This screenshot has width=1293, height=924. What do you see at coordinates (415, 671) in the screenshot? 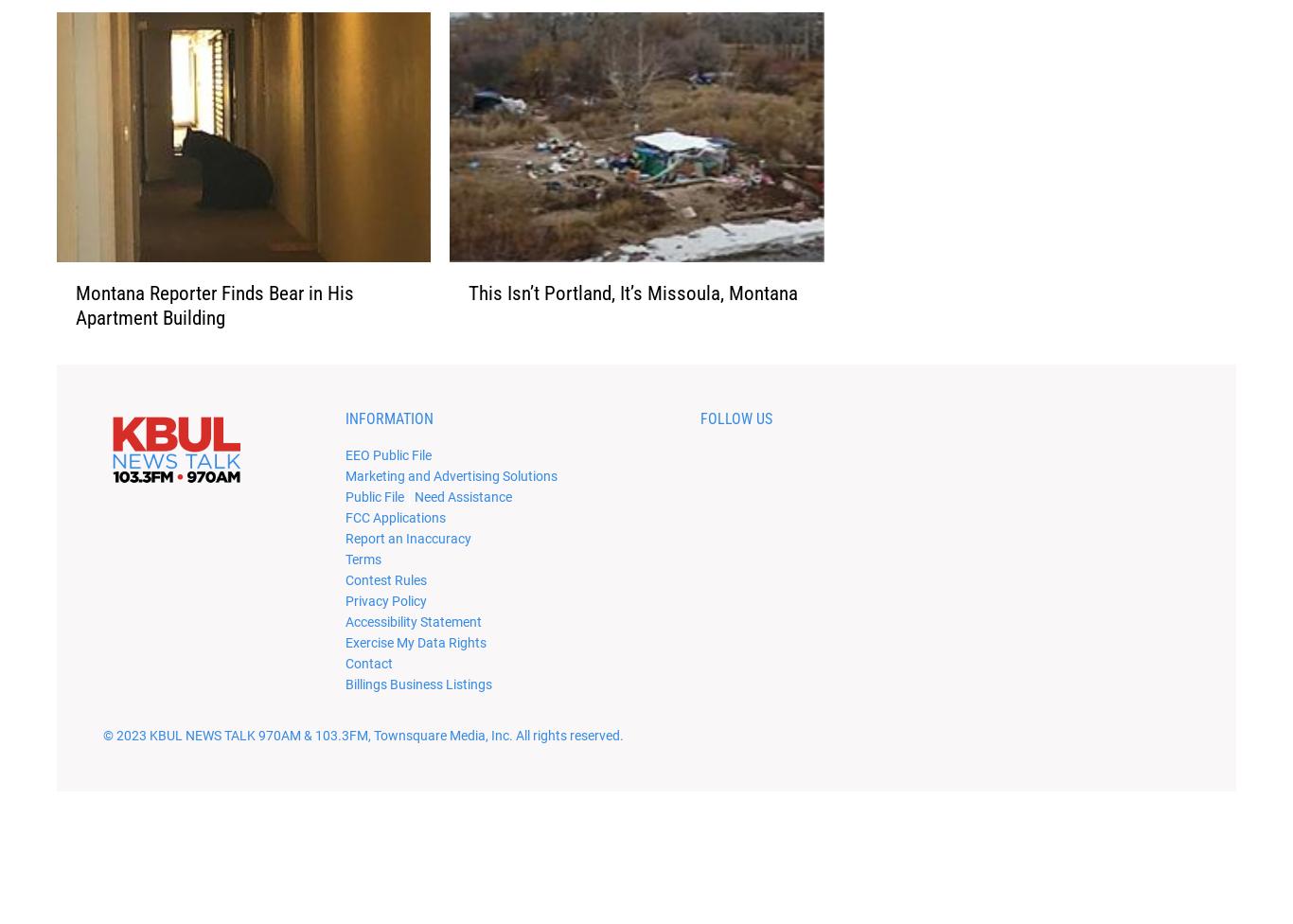
I see `'Exercise My Data Rights'` at bounding box center [415, 671].